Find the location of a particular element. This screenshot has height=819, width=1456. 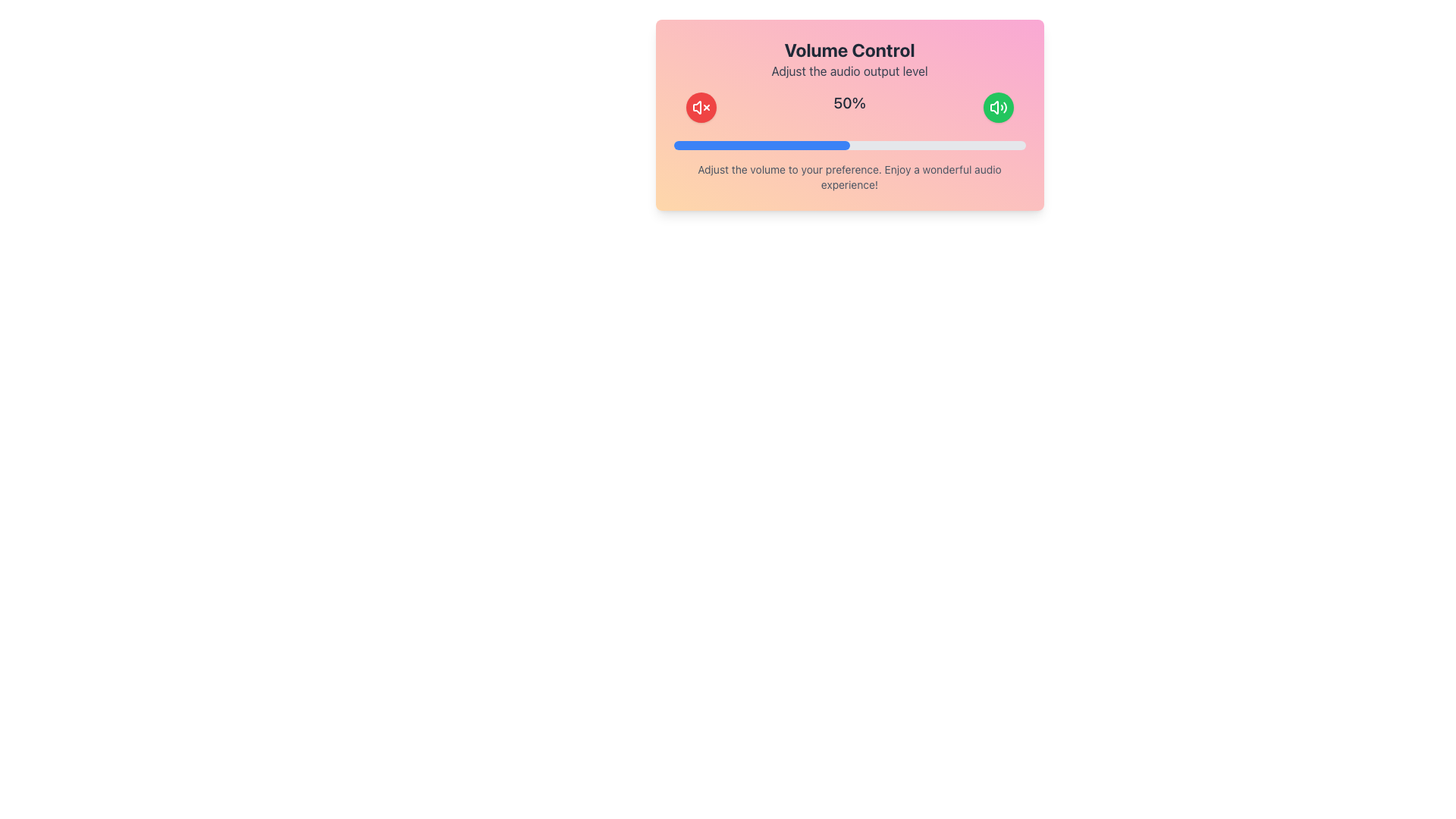

the Text label displaying '50%' in bold gray font, centrally aligned among interactive buttons is located at coordinates (849, 107).